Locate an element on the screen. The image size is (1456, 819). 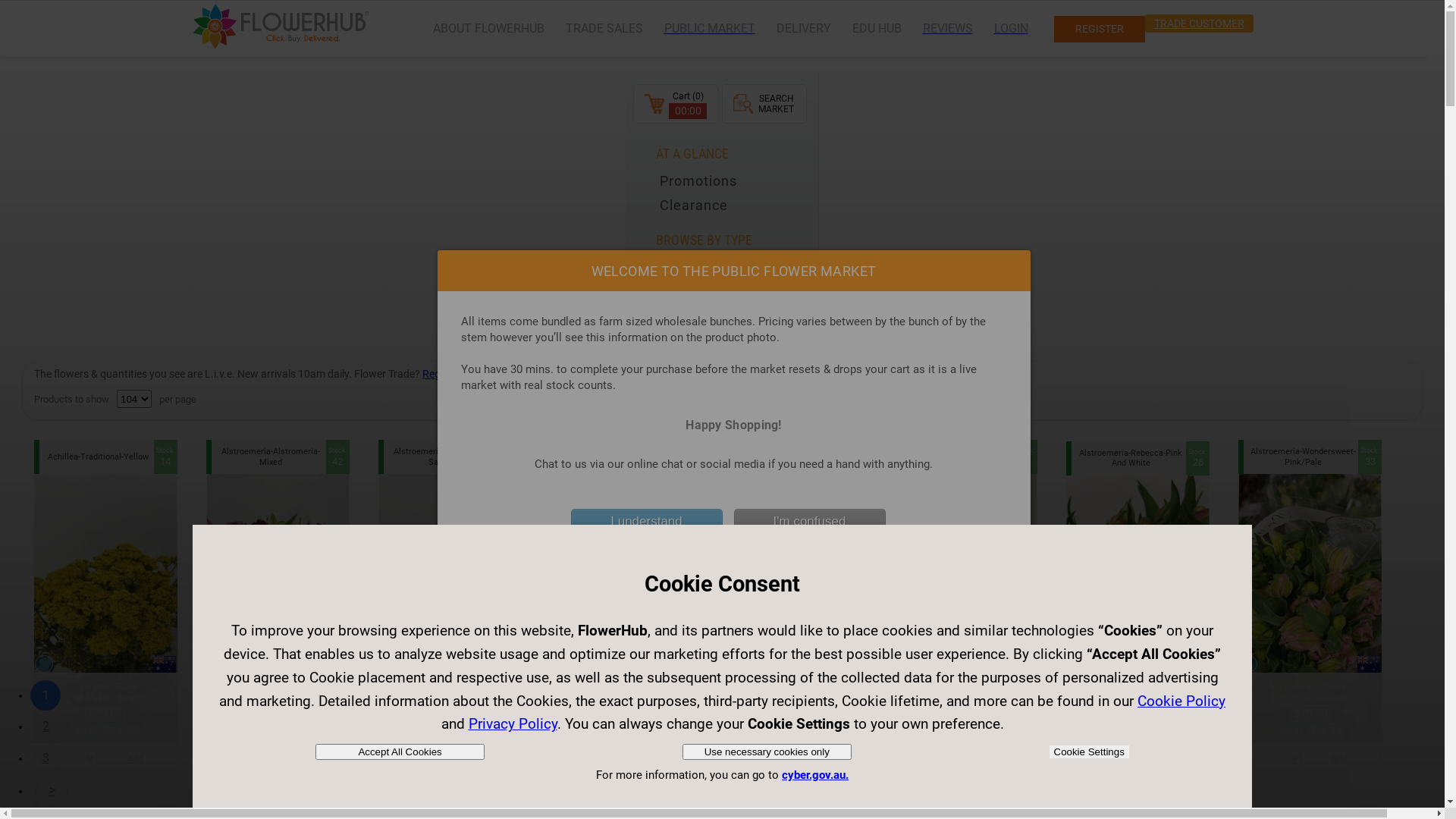
'REGISTER' is located at coordinates (1053, 28).